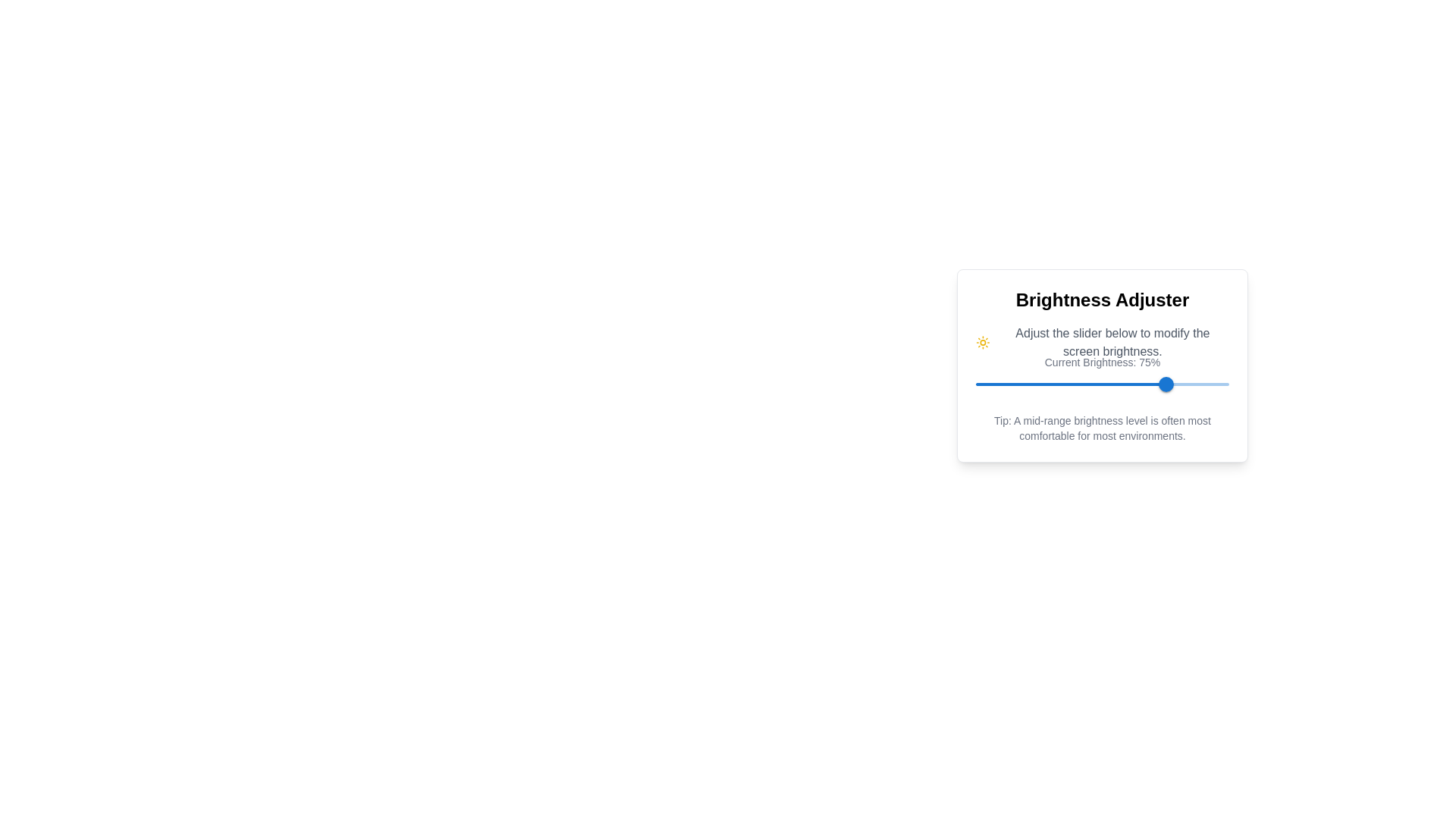  What do you see at coordinates (996, 383) in the screenshot?
I see `brightness level` at bounding box center [996, 383].